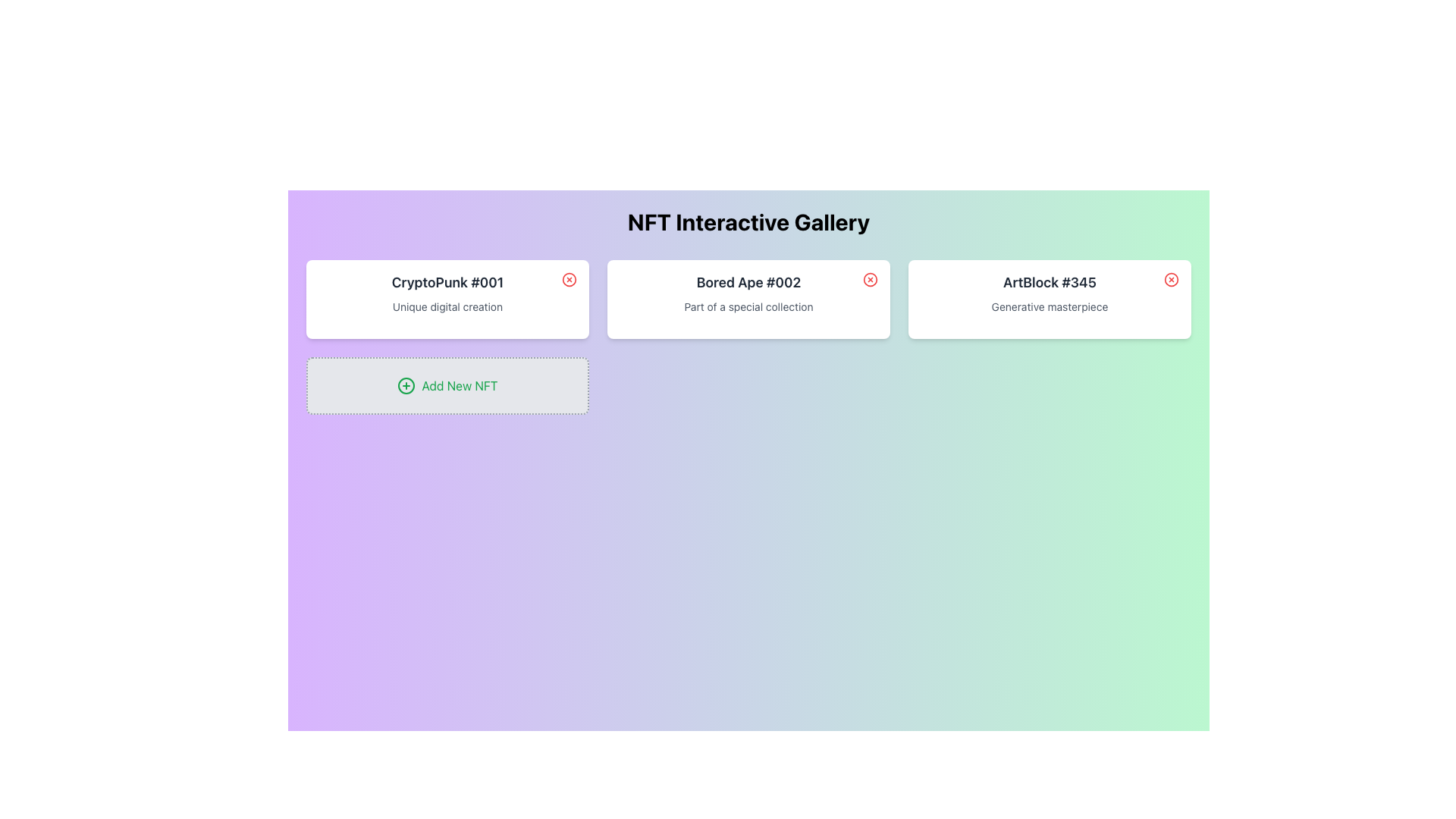 The height and width of the screenshot is (819, 1456). I want to click on the Text Label that provides additional information about the card item 'ArtBlock #345', which is located at the bottom section of the card and centered horizontally below the title text, so click(1049, 307).